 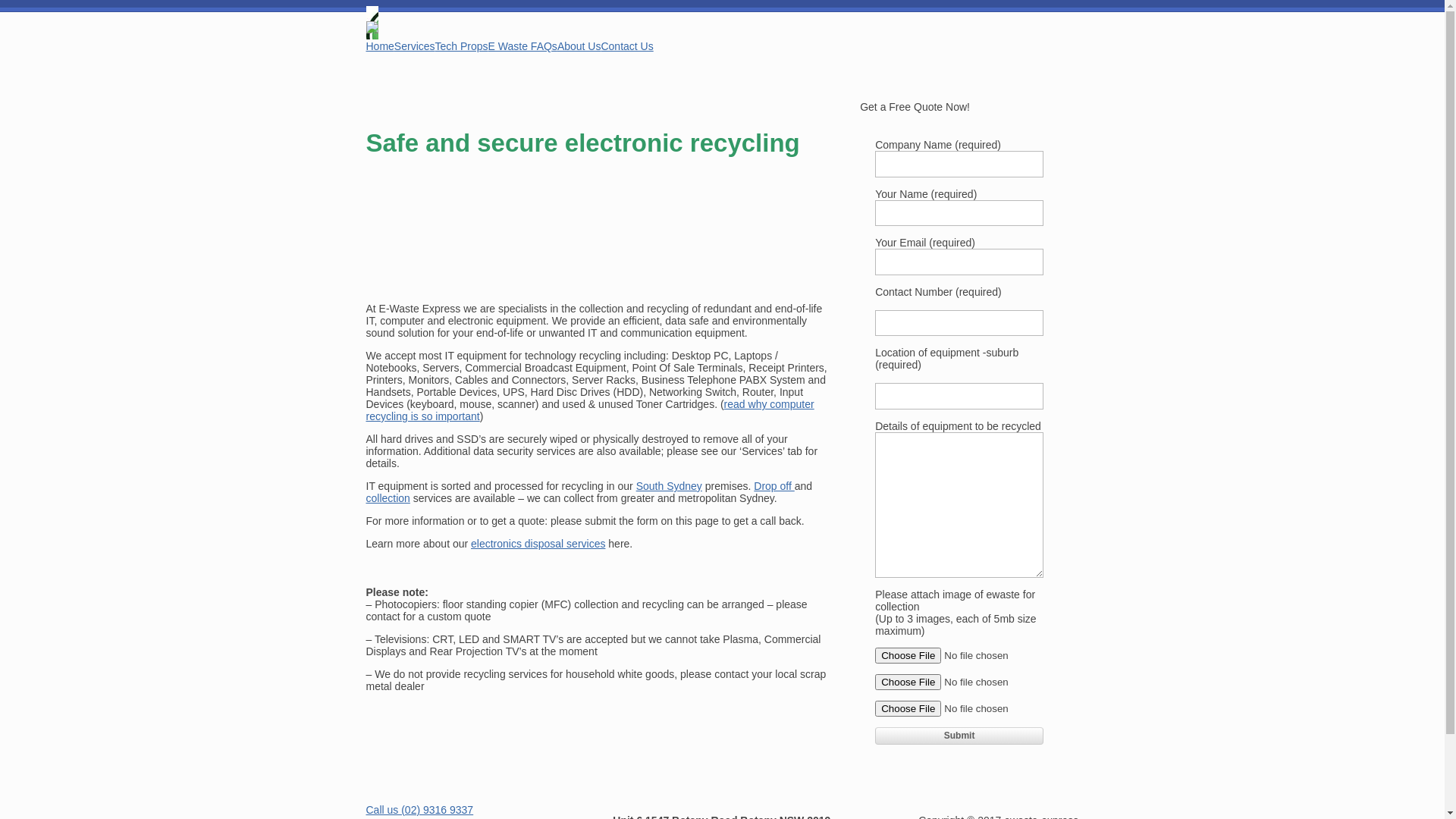 What do you see at coordinates (419, 809) in the screenshot?
I see `'Call us (02) 9316 9337'` at bounding box center [419, 809].